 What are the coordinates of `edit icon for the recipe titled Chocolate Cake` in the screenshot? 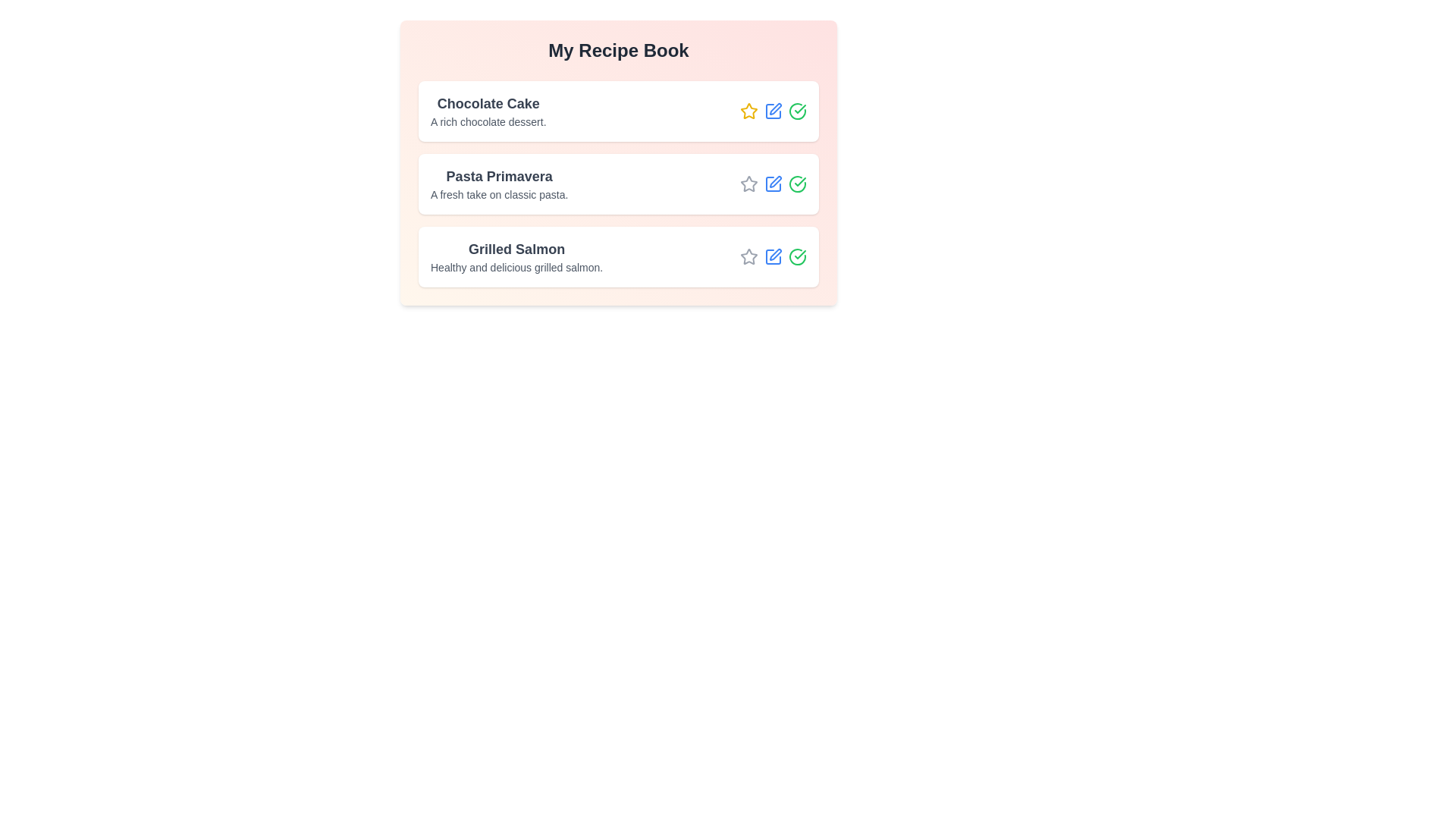 It's located at (773, 110).